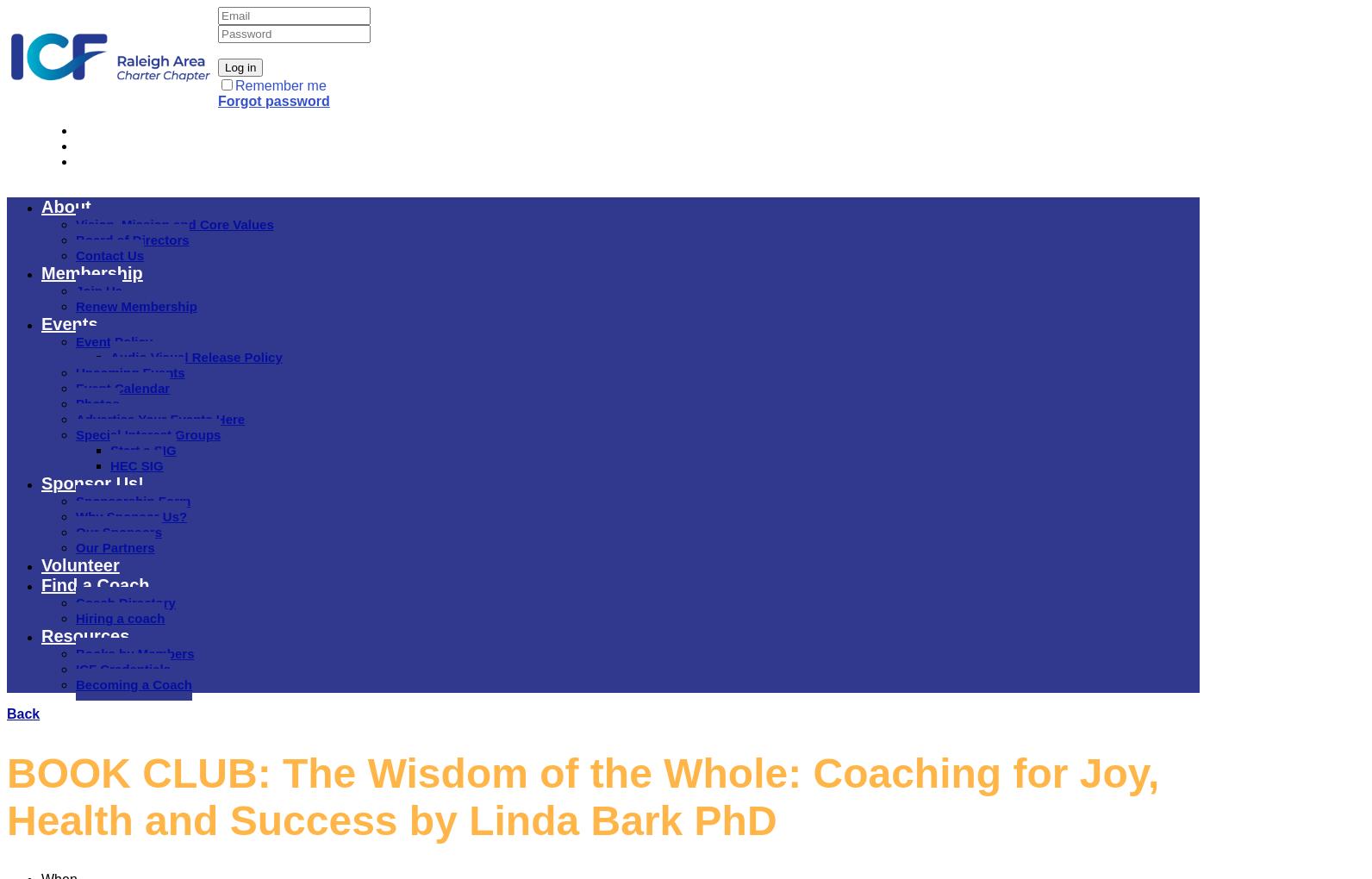 This screenshot has width=1372, height=879. I want to click on 'HEC SIG', so click(136, 464).